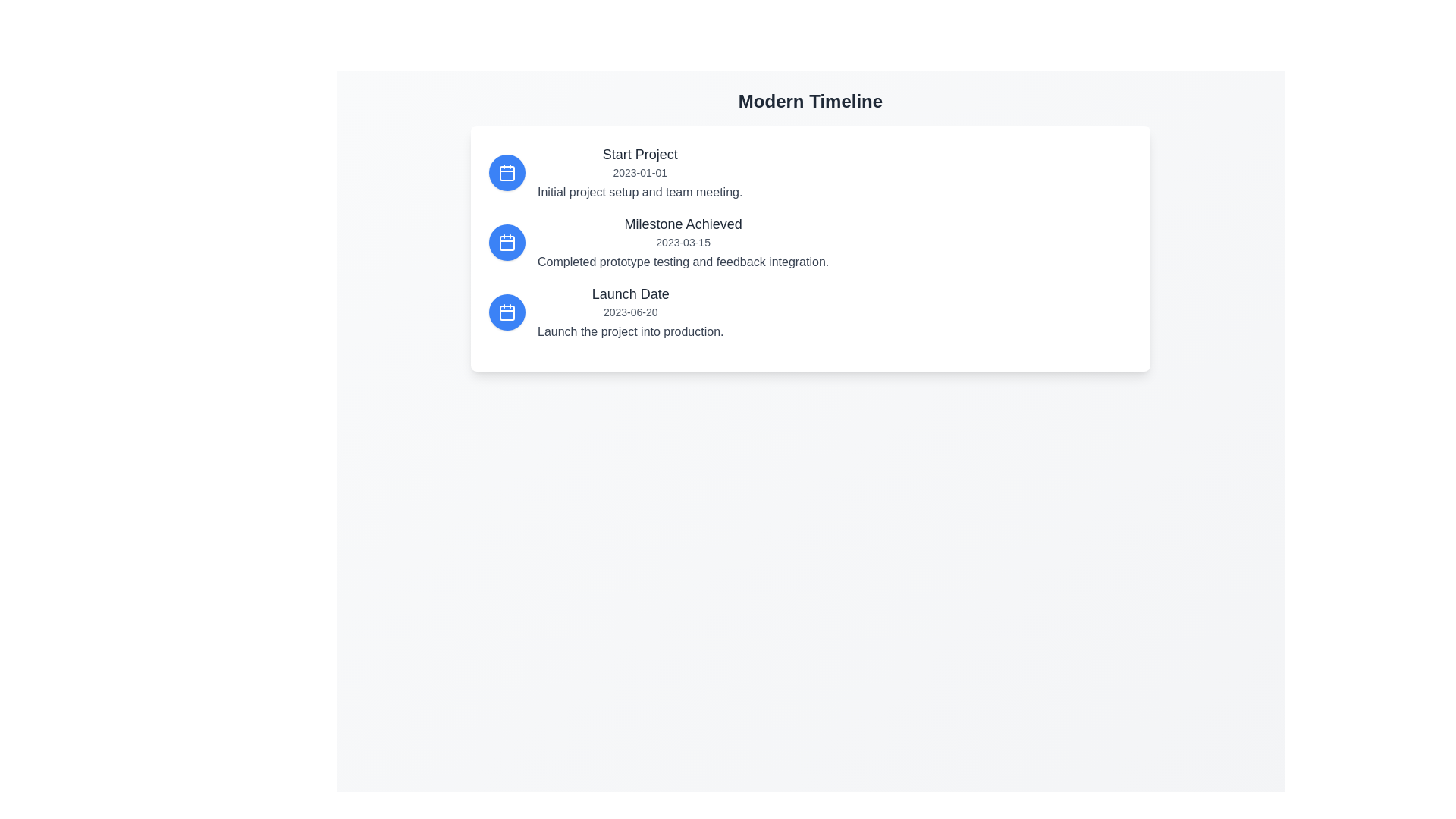 The image size is (1456, 819). I want to click on the calendar icon with a blue background and white symbol located centrally within the second timeline event titled 'Milestone Achieved', so click(507, 242).